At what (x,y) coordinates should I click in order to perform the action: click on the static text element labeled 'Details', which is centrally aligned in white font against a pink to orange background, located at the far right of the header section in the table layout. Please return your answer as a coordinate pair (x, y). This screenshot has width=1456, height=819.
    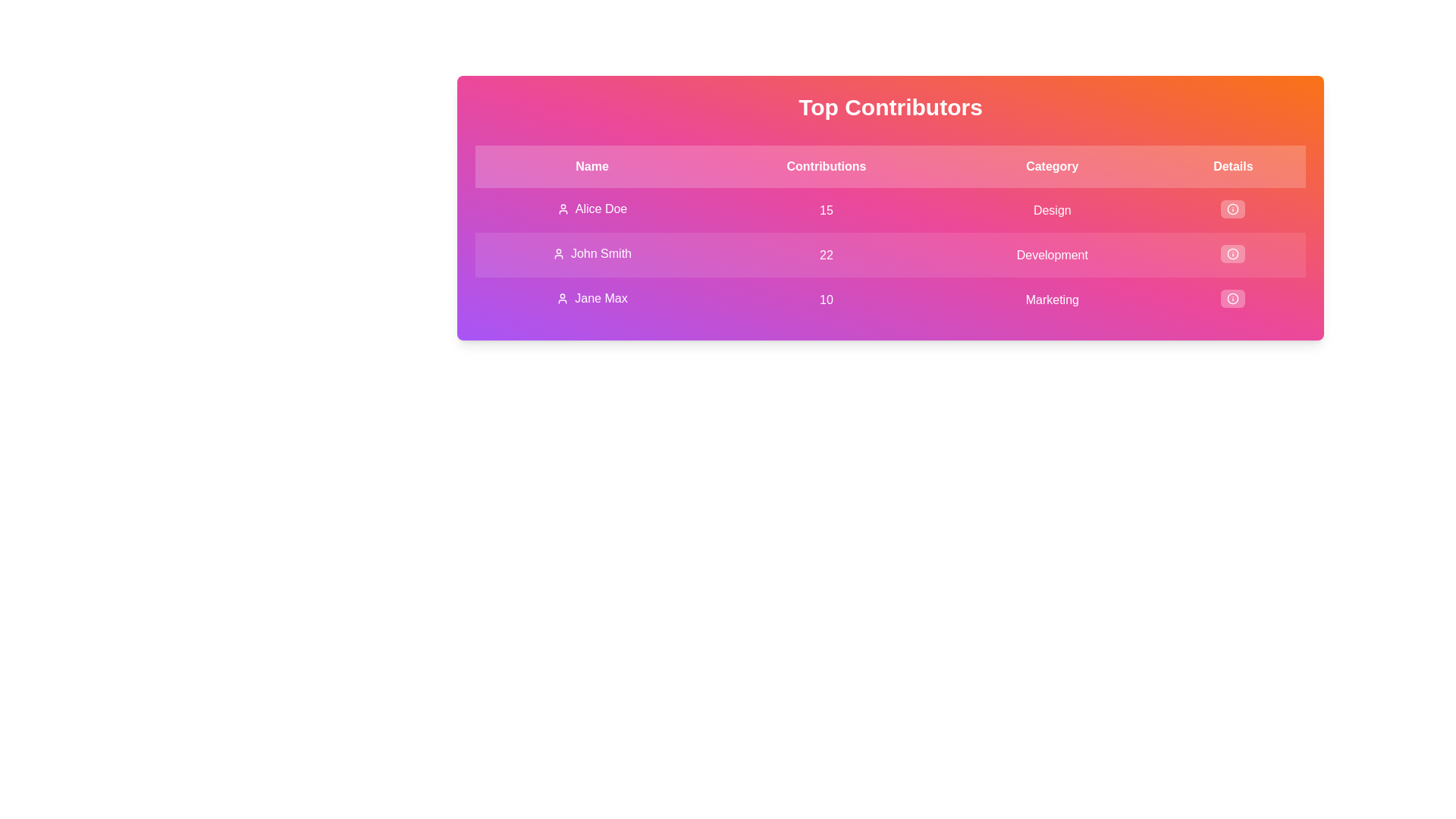
    Looking at the image, I should click on (1233, 166).